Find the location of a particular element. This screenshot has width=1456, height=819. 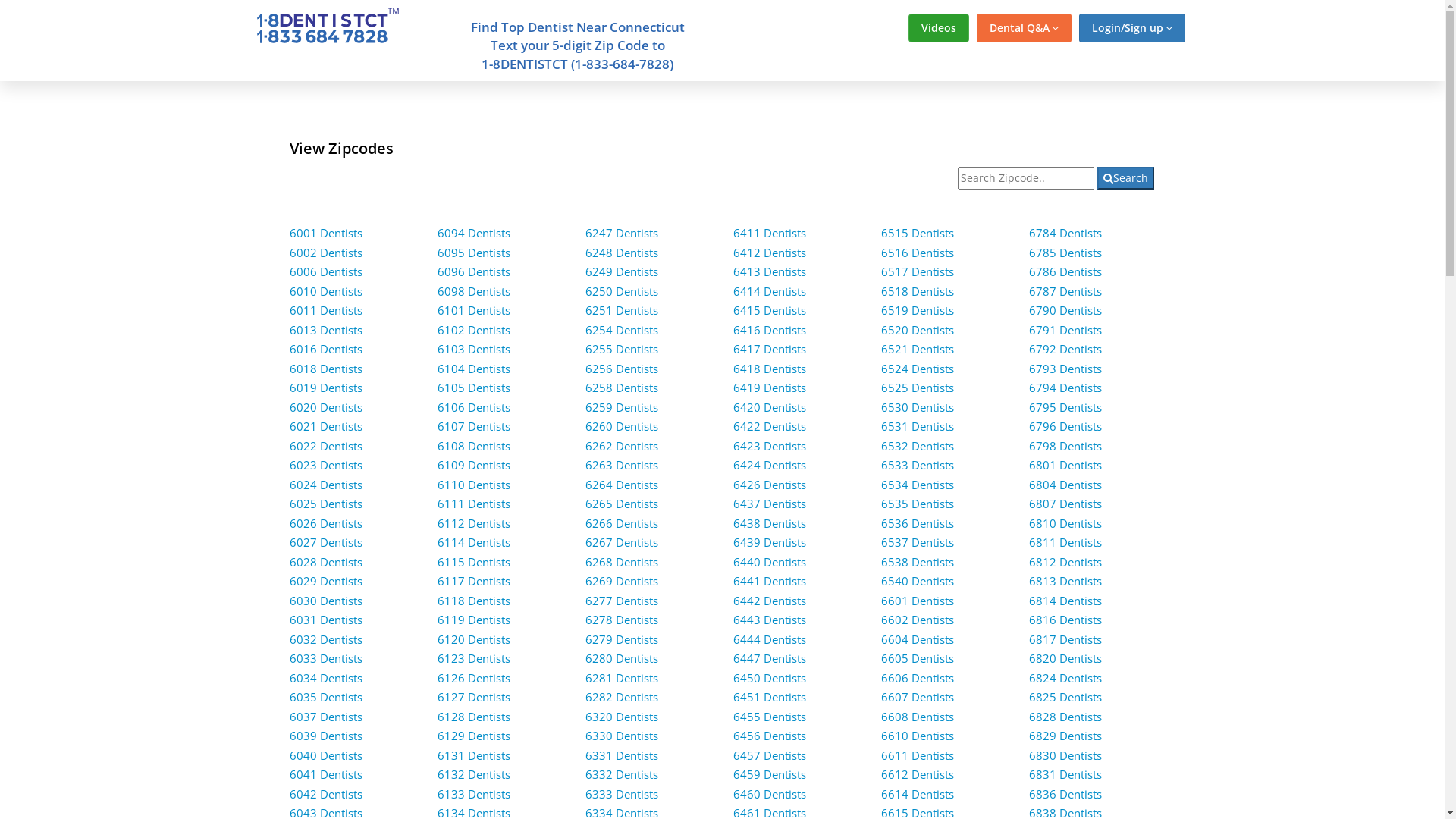

'6031 Dentists' is located at coordinates (325, 620).